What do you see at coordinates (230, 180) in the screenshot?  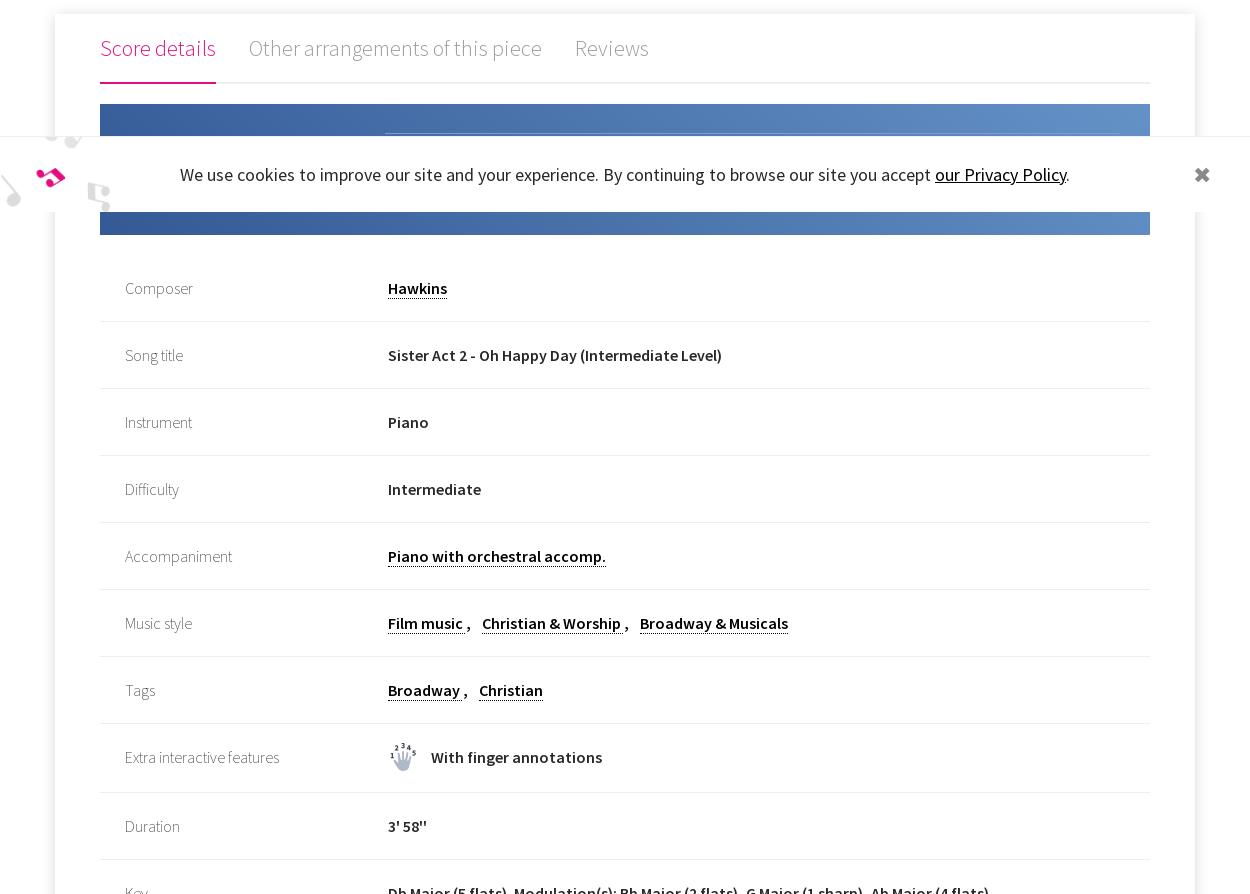 I see `'Get this score in a collection and take advantage of the discount!'` at bounding box center [230, 180].